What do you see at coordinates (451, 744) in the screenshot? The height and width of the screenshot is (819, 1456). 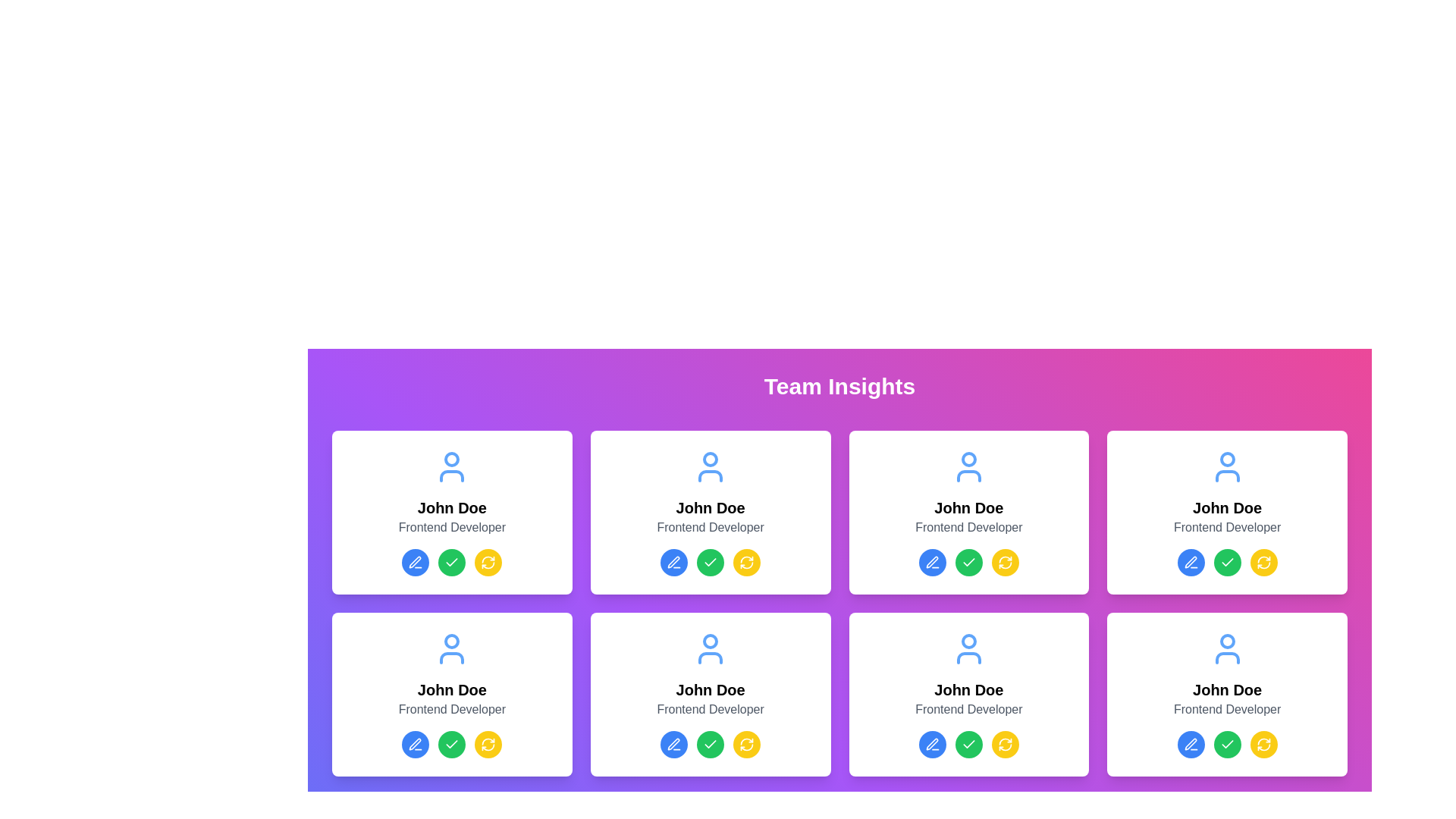 I see `the refresh button, which is the yellow circular button located at the bottom-center of the last card in the grid layout containing user details` at bounding box center [451, 744].